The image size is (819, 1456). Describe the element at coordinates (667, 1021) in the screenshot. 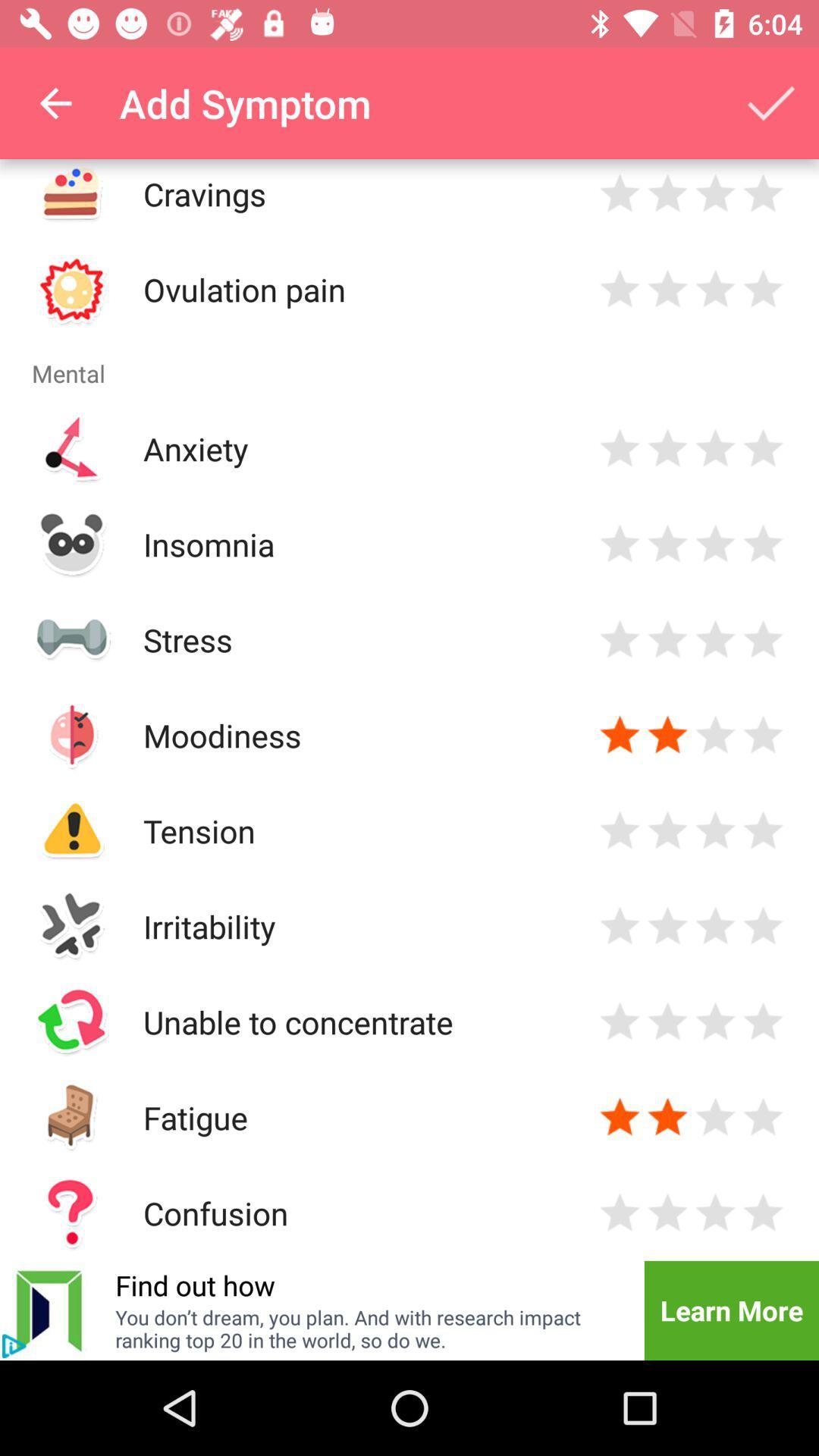

I see `two stars to unable to concentrate symptom` at that location.